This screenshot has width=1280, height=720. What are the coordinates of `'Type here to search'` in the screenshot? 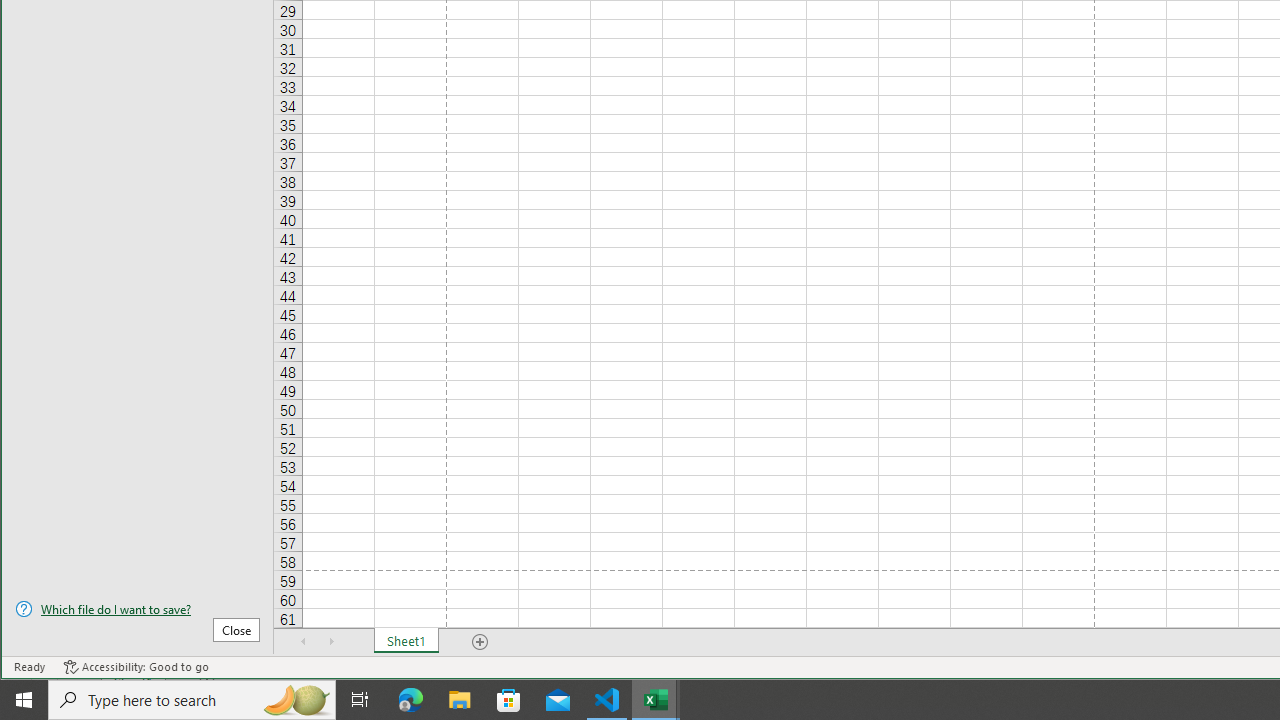 It's located at (192, 698).